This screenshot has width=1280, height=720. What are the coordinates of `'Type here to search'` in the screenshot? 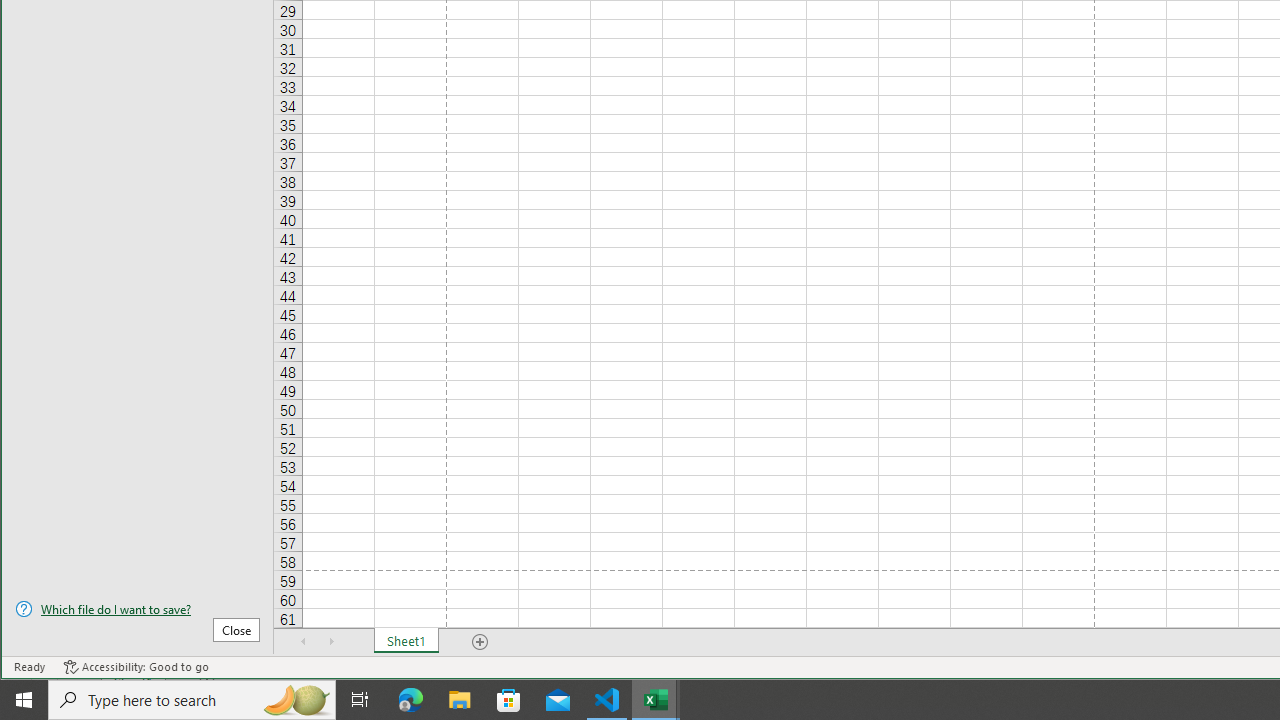 It's located at (192, 698).